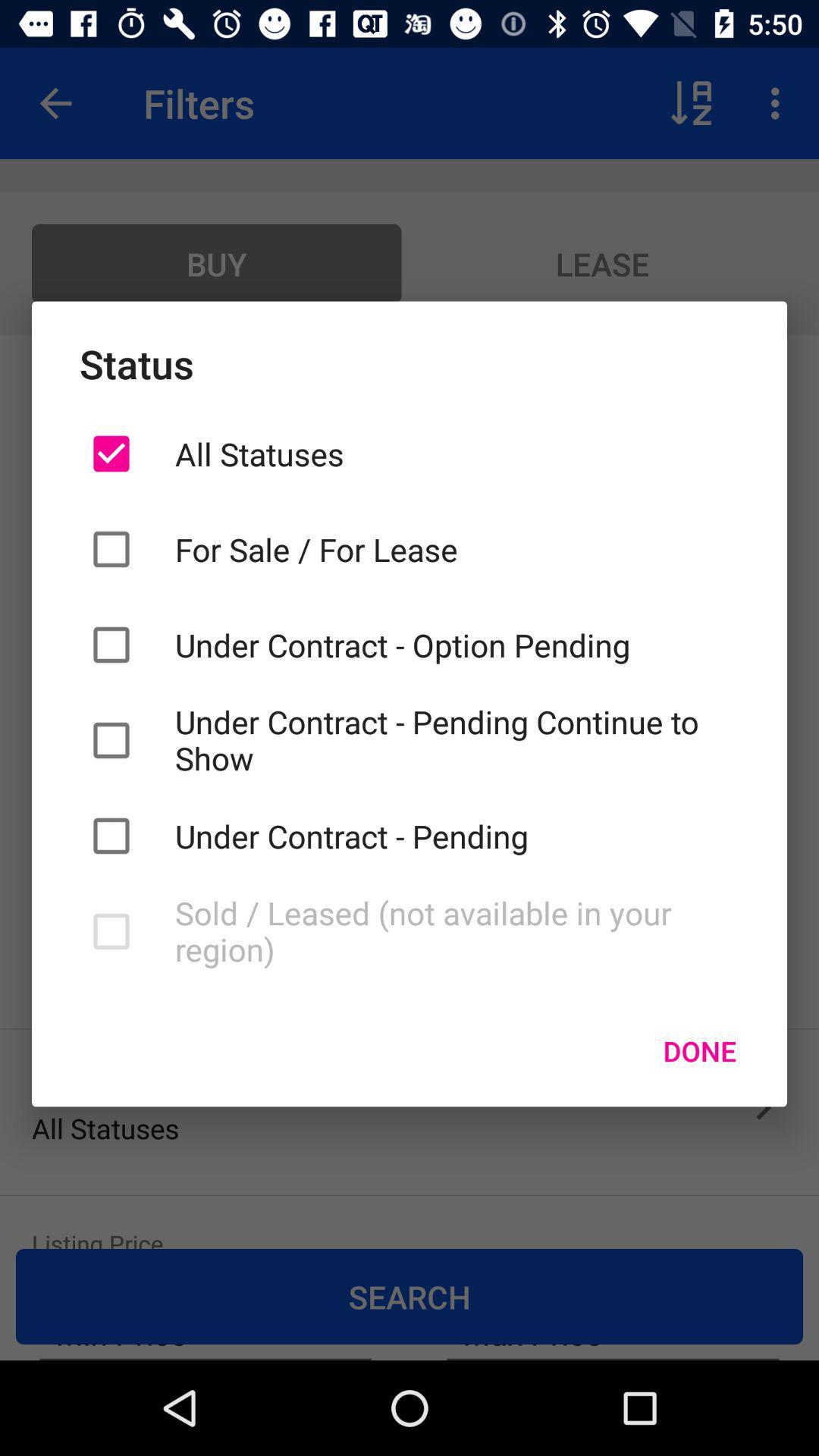  I want to click on sold leased not, so click(456, 930).